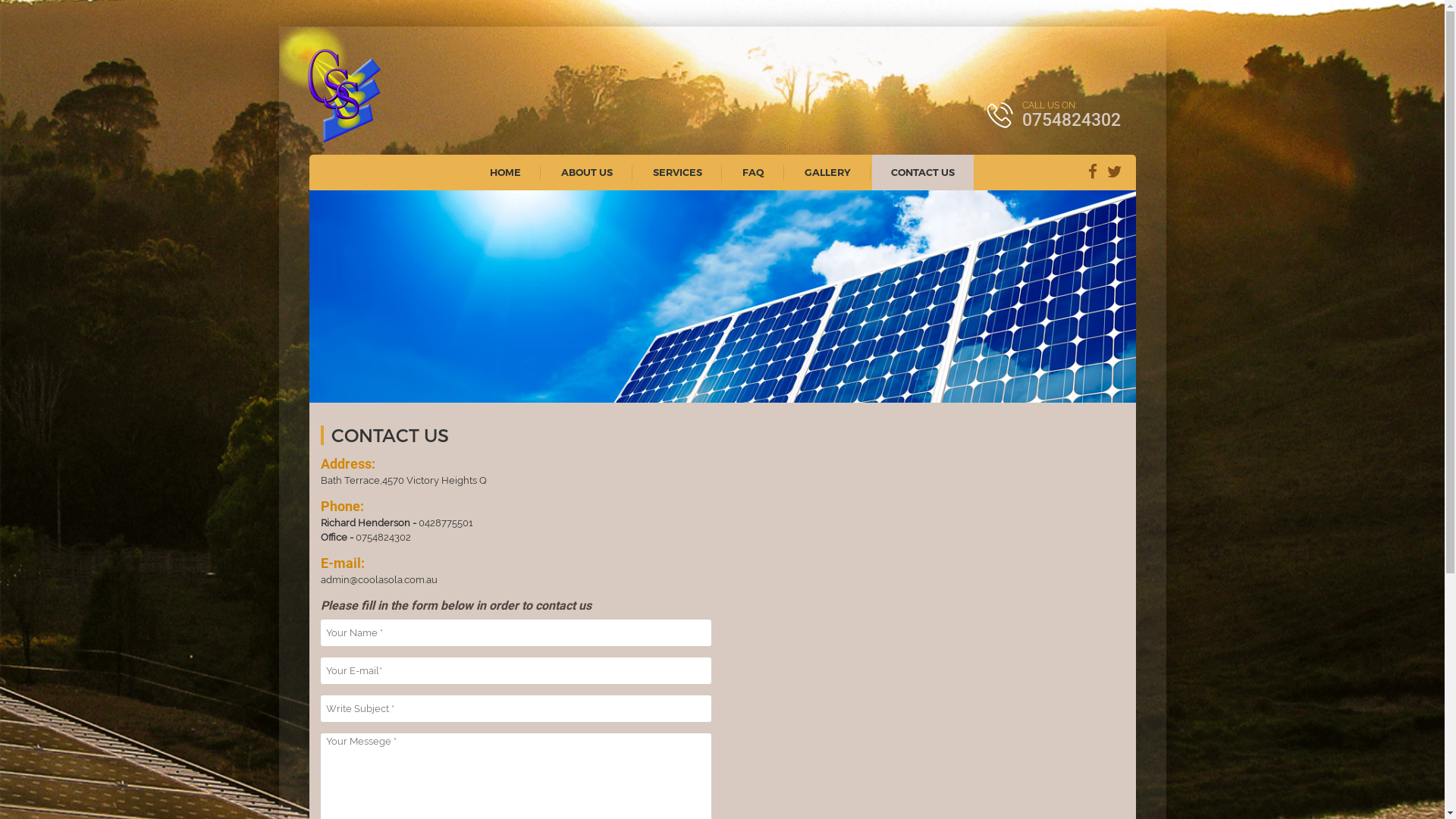  What do you see at coordinates (319, 579) in the screenshot?
I see `'admin@coolasola.com.au'` at bounding box center [319, 579].